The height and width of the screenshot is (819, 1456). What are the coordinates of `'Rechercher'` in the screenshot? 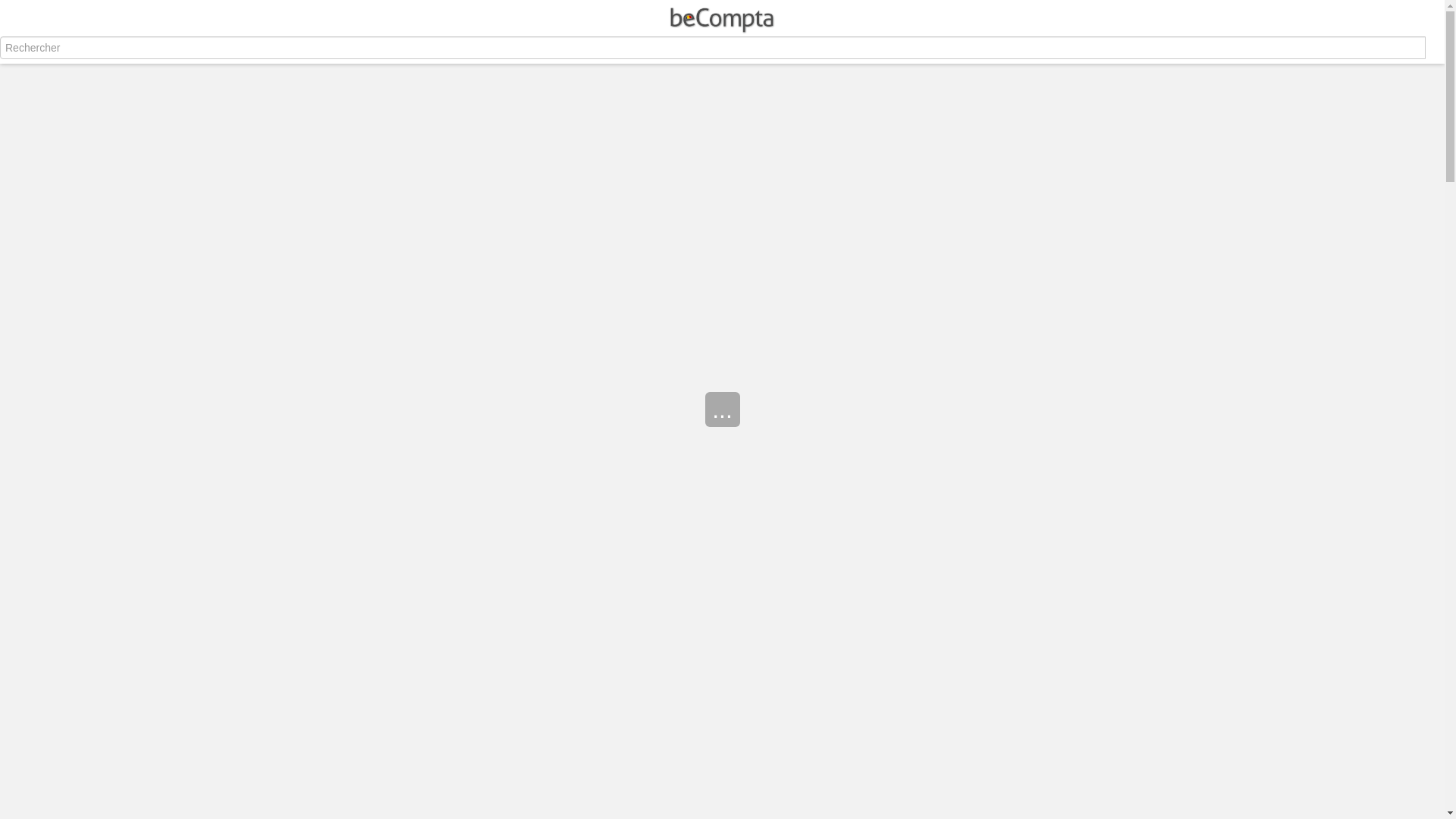 It's located at (0, 58).